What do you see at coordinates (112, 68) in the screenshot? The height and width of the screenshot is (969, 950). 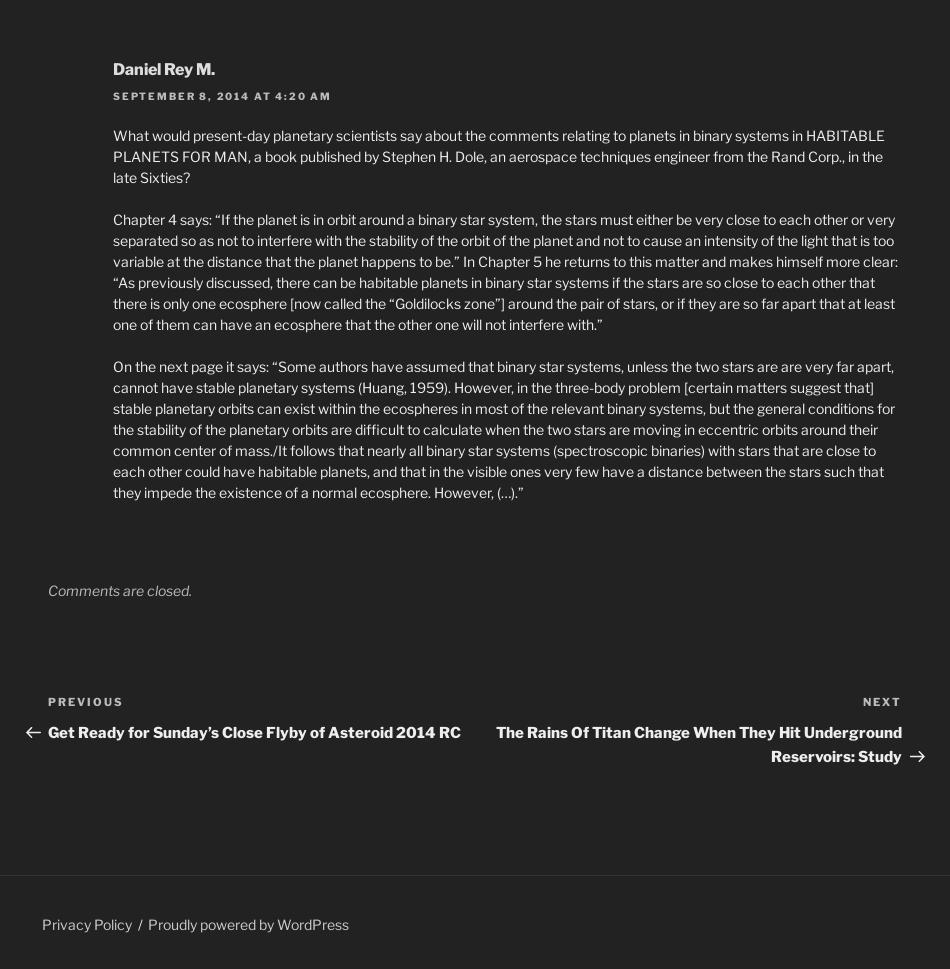 I see `'Daniel Rey M.'` at bounding box center [112, 68].